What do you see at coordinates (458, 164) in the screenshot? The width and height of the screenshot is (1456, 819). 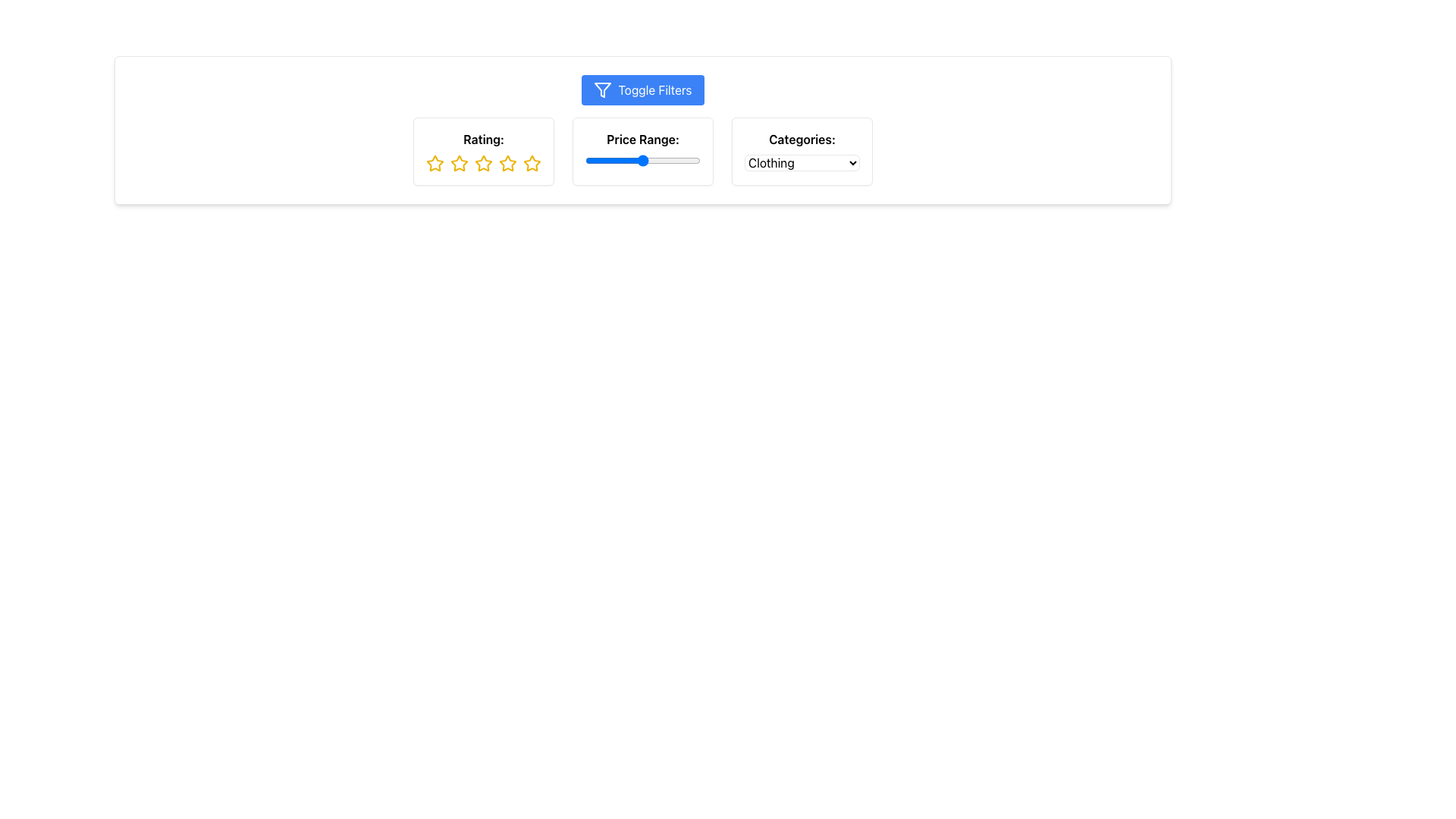 I see `the second rating star from the left within the rating component` at bounding box center [458, 164].